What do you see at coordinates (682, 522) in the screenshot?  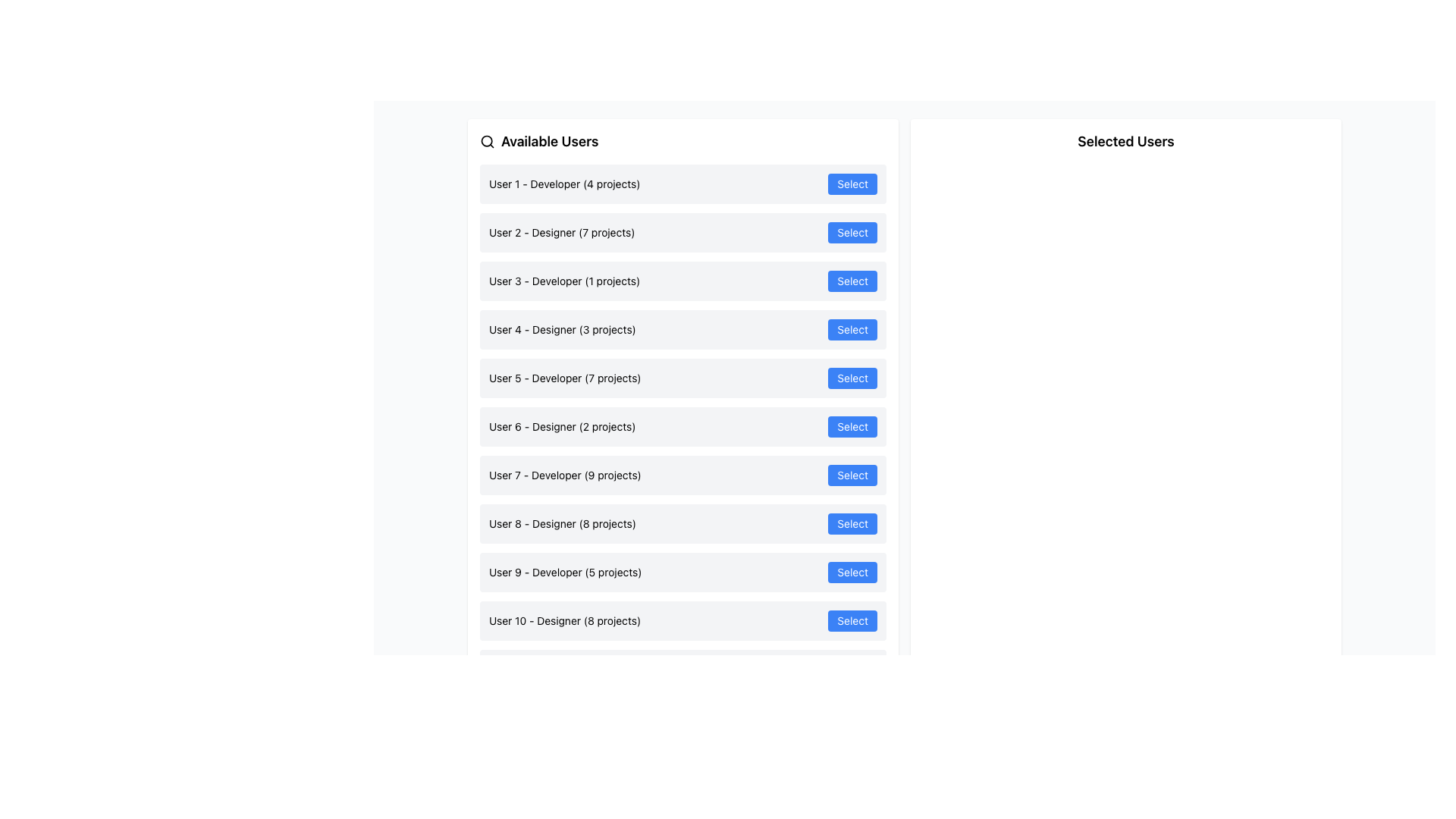 I see `the 'Select' button on the eighth user in the 'Available Users' list to choose this user for further actions` at bounding box center [682, 522].